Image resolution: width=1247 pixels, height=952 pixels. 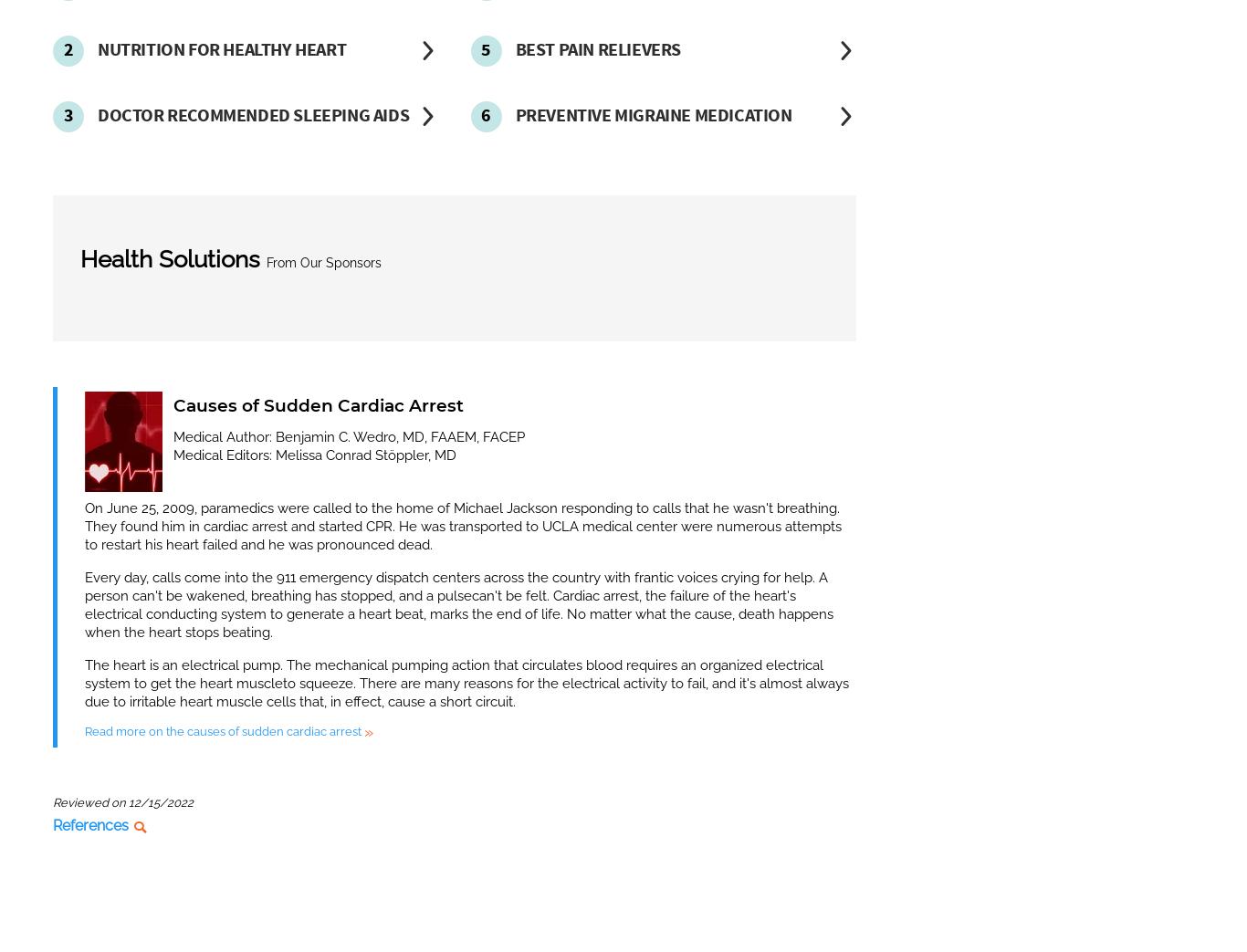 What do you see at coordinates (458, 602) in the screenshot?
I see `'Every day, calls come into the 911 emergency dispatch centers across the 
country with frantic voices crying for help. A person can't be wakened, 
breathing has stopped, and a pulsecan't be felt. Cardiac arrest, the failure of 
the heart's electrical conducting system to generate a heart beat, marks the end 
of life. No matter what the cause, death happens when the heart stops beating.'` at bounding box center [458, 602].